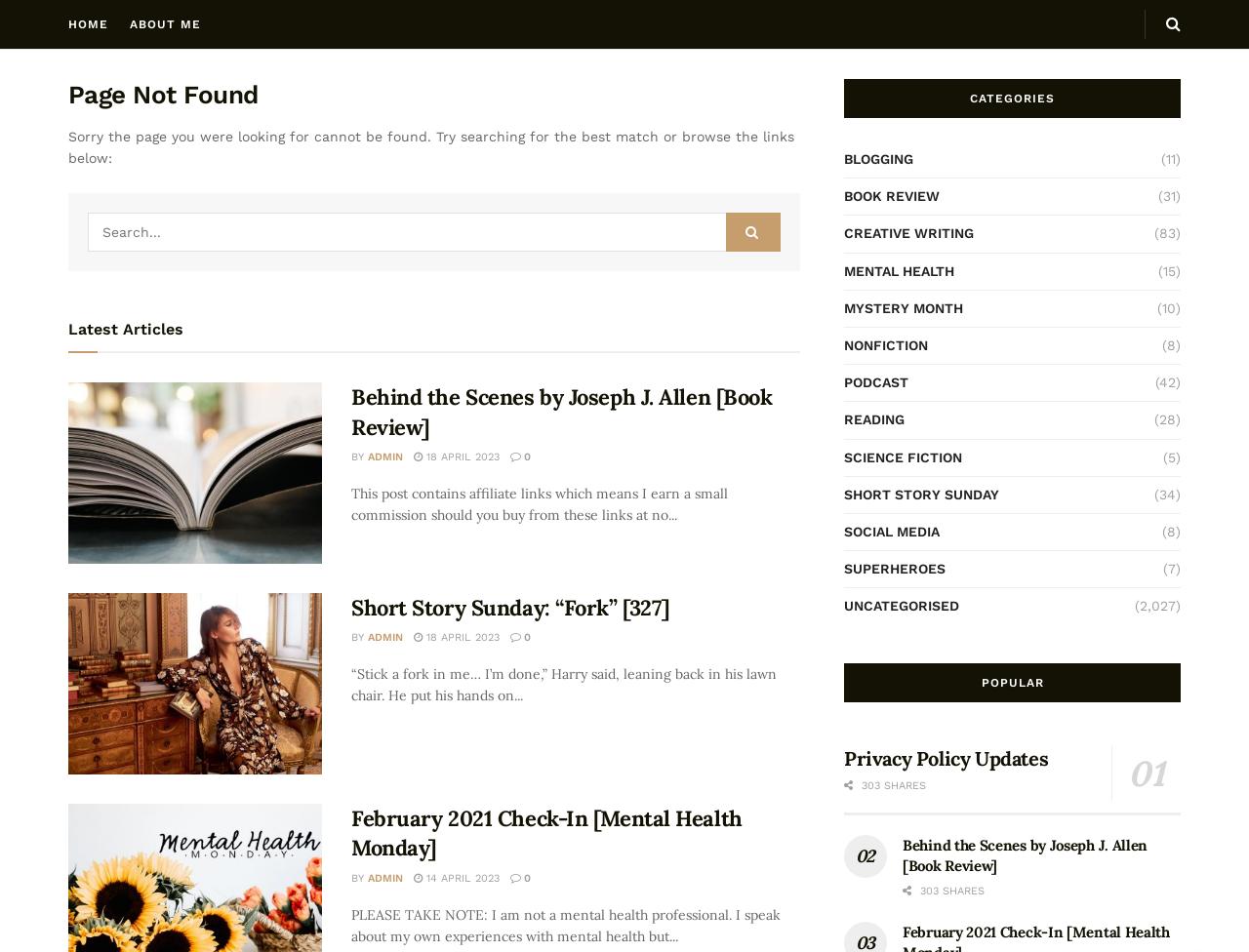 The width and height of the screenshot is (1249, 952). I want to click on '(34)', so click(1153, 493).